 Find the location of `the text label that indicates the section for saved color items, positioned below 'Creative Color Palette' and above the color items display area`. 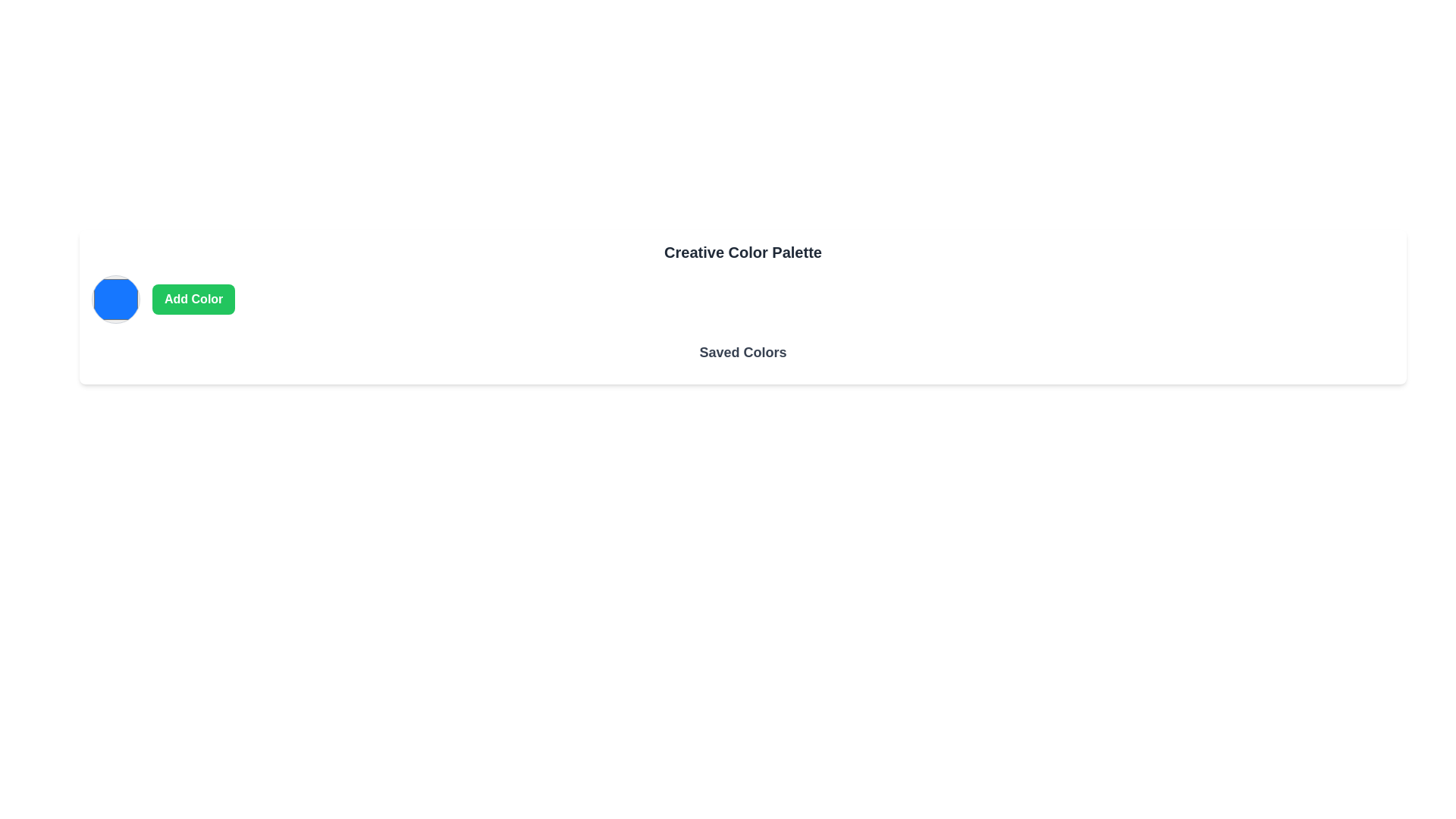

the text label that indicates the section for saved color items, positioned below 'Creative Color Palette' and above the color items display area is located at coordinates (742, 353).